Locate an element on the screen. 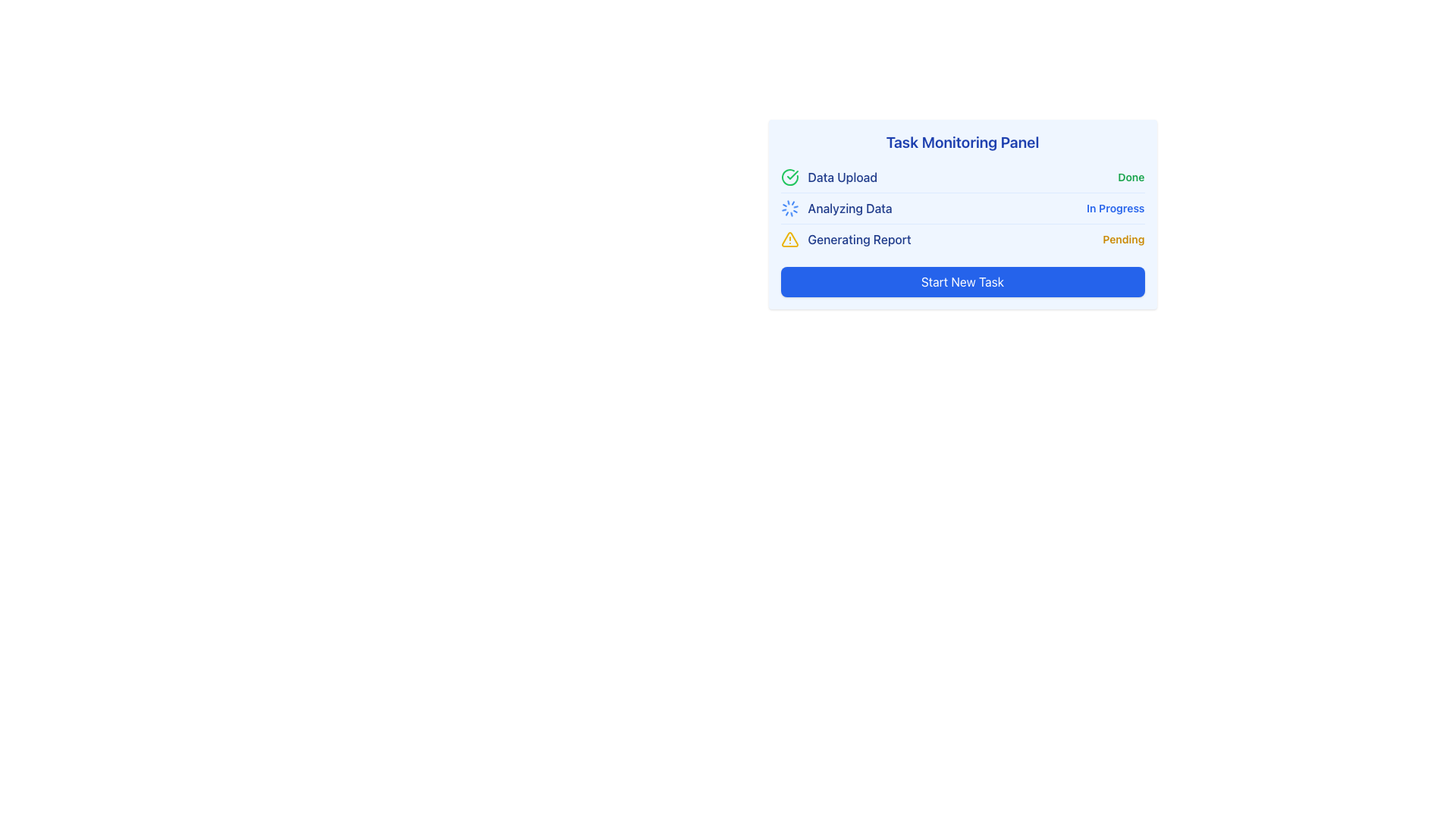  the animated loader icon styled in blue, which indicates the 'Analyzing Data' status in the task monitoring panel, located to the left of the status text is located at coordinates (789, 208).